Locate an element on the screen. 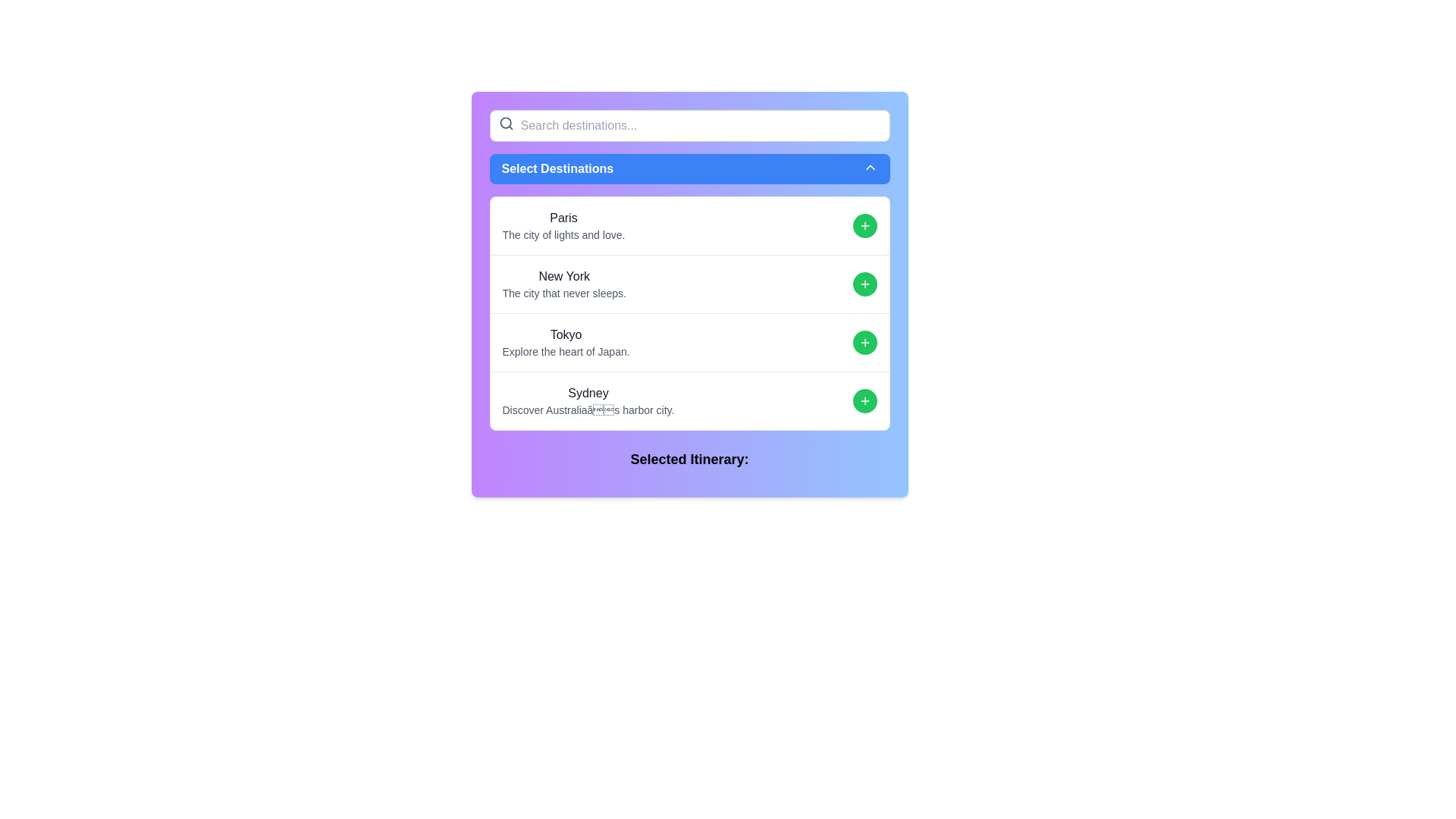 This screenshot has width=1456, height=819. the circular green button with a white '+' icon, located at the rightmost position of the row containing 'New York' is located at coordinates (864, 284).